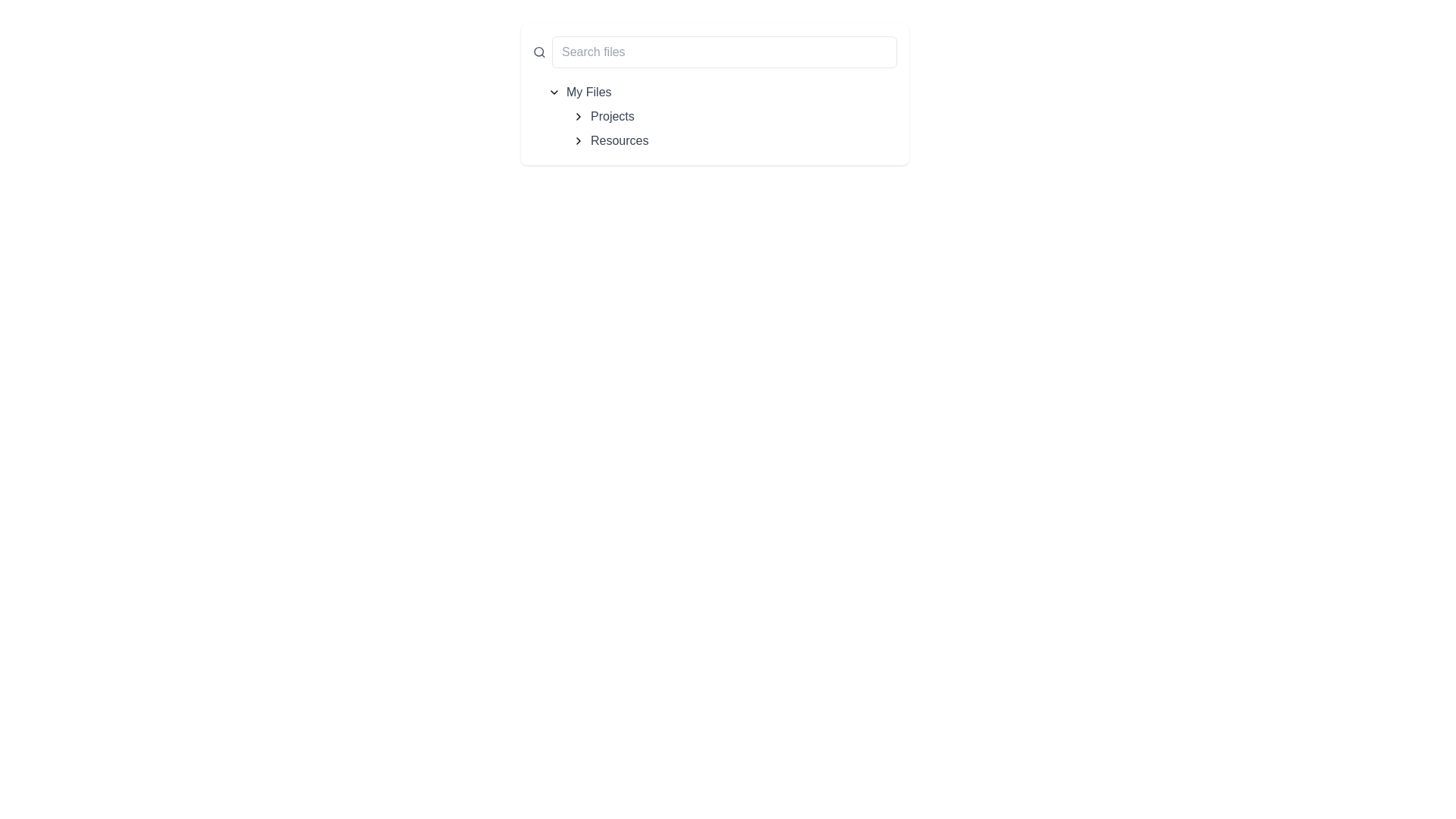  What do you see at coordinates (612, 116) in the screenshot?
I see `the 'Projects' label, which is styled in medium-weight gray font and is the first text entry in the list below the 'My Files' header` at bounding box center [612, 116].